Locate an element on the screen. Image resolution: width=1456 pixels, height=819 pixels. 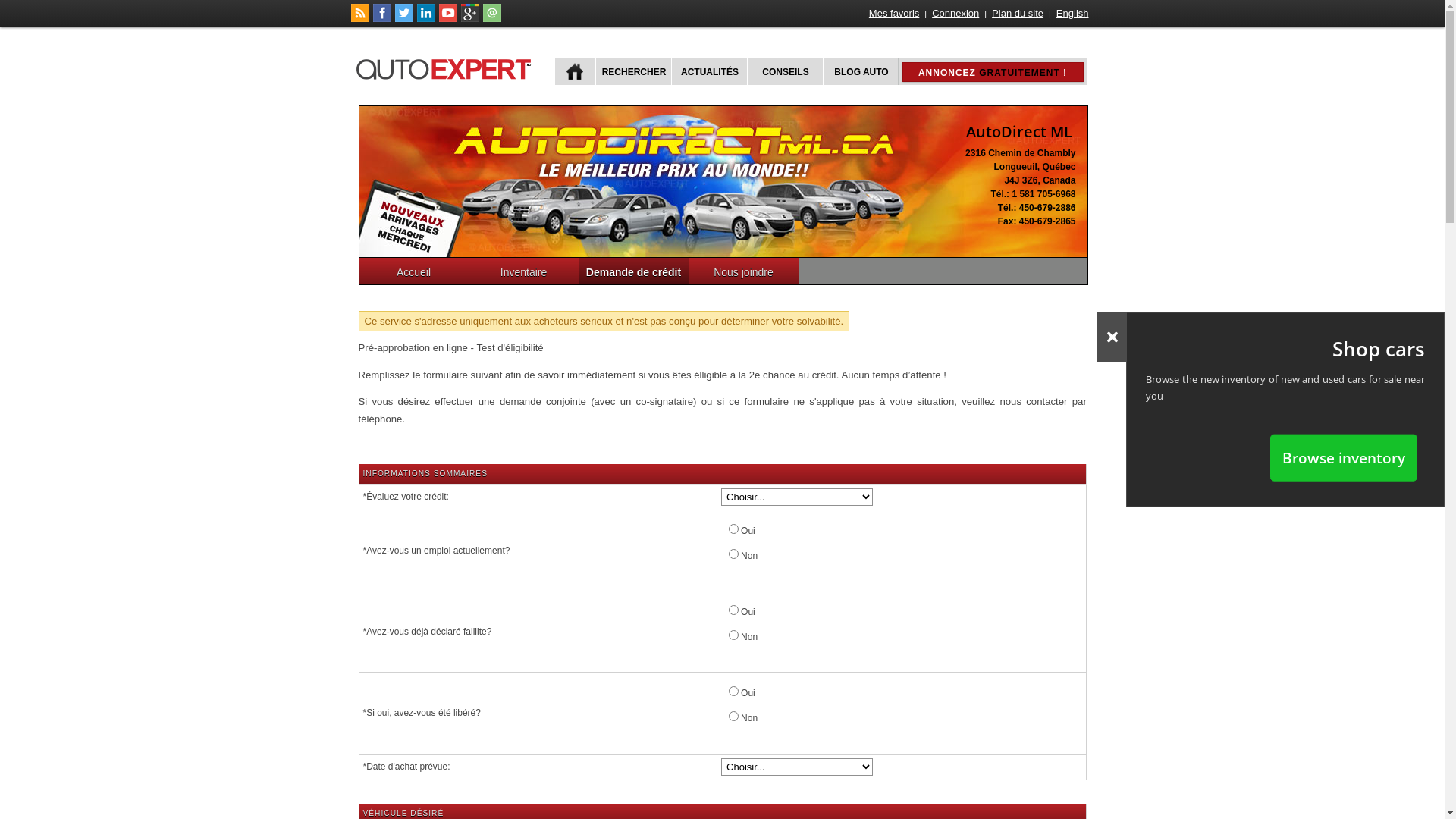
'Suivez autoExpert.ca sur Twitter' is located at coordinates (403, 18).